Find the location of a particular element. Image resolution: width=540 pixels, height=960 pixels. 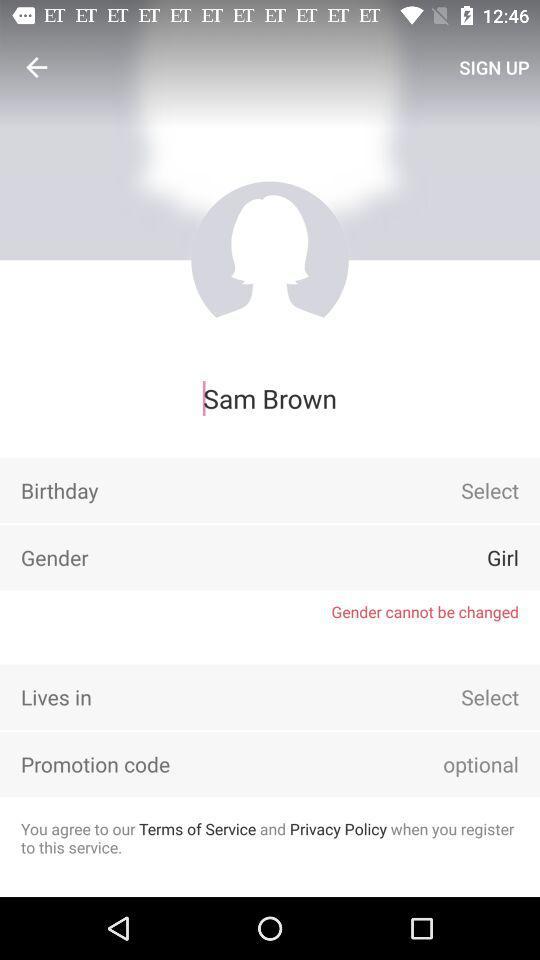

icon above sam brown is located at coordinates (36, 67).